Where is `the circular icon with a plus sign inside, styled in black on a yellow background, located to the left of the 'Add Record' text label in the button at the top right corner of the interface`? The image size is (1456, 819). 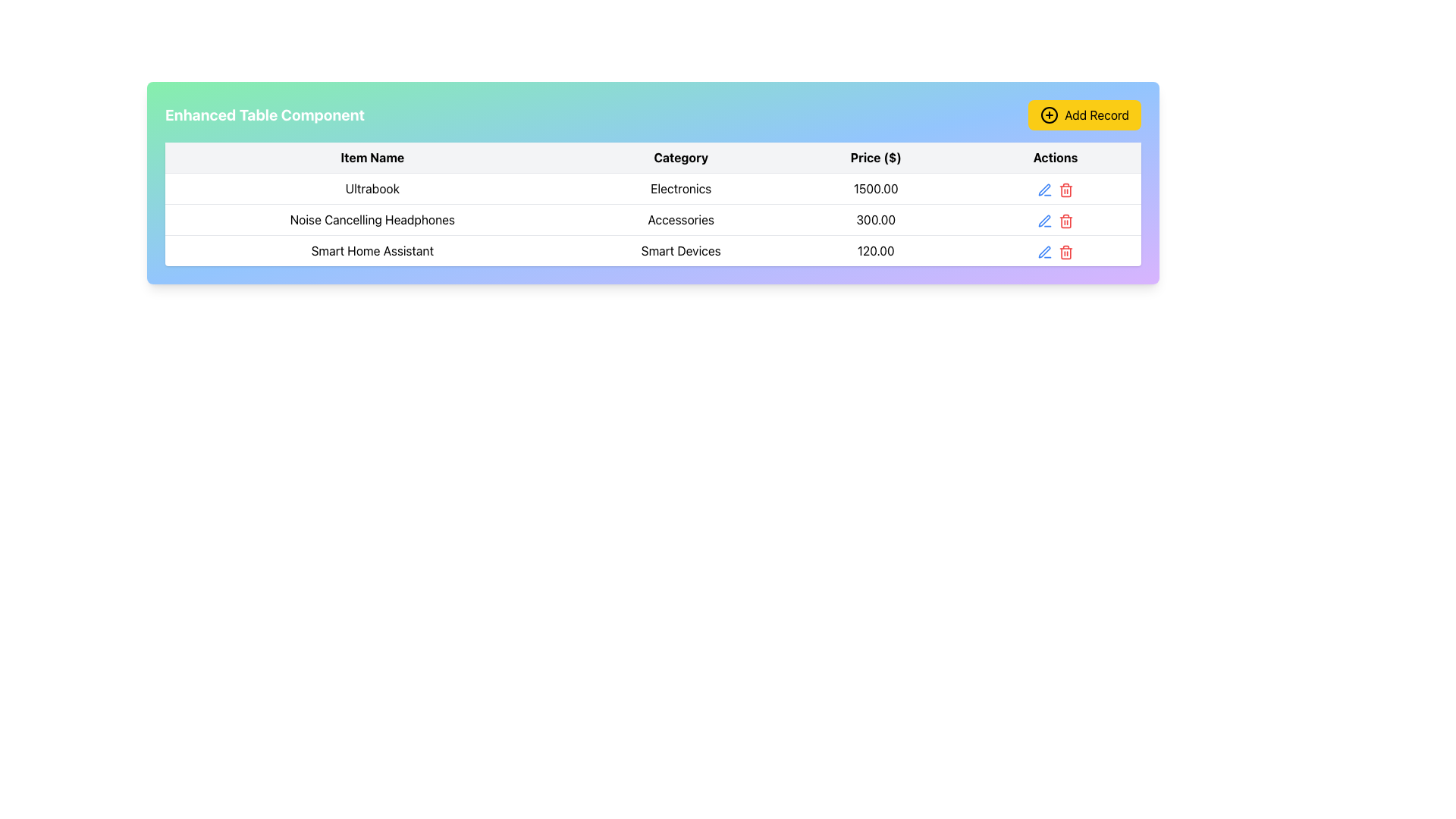 the circular icon with a plus sign inside, styled in black on a yellow background, located to the left of the 'Add Record' text label in the button at the top right corner of the interface is located at coordinates (1049, 114).